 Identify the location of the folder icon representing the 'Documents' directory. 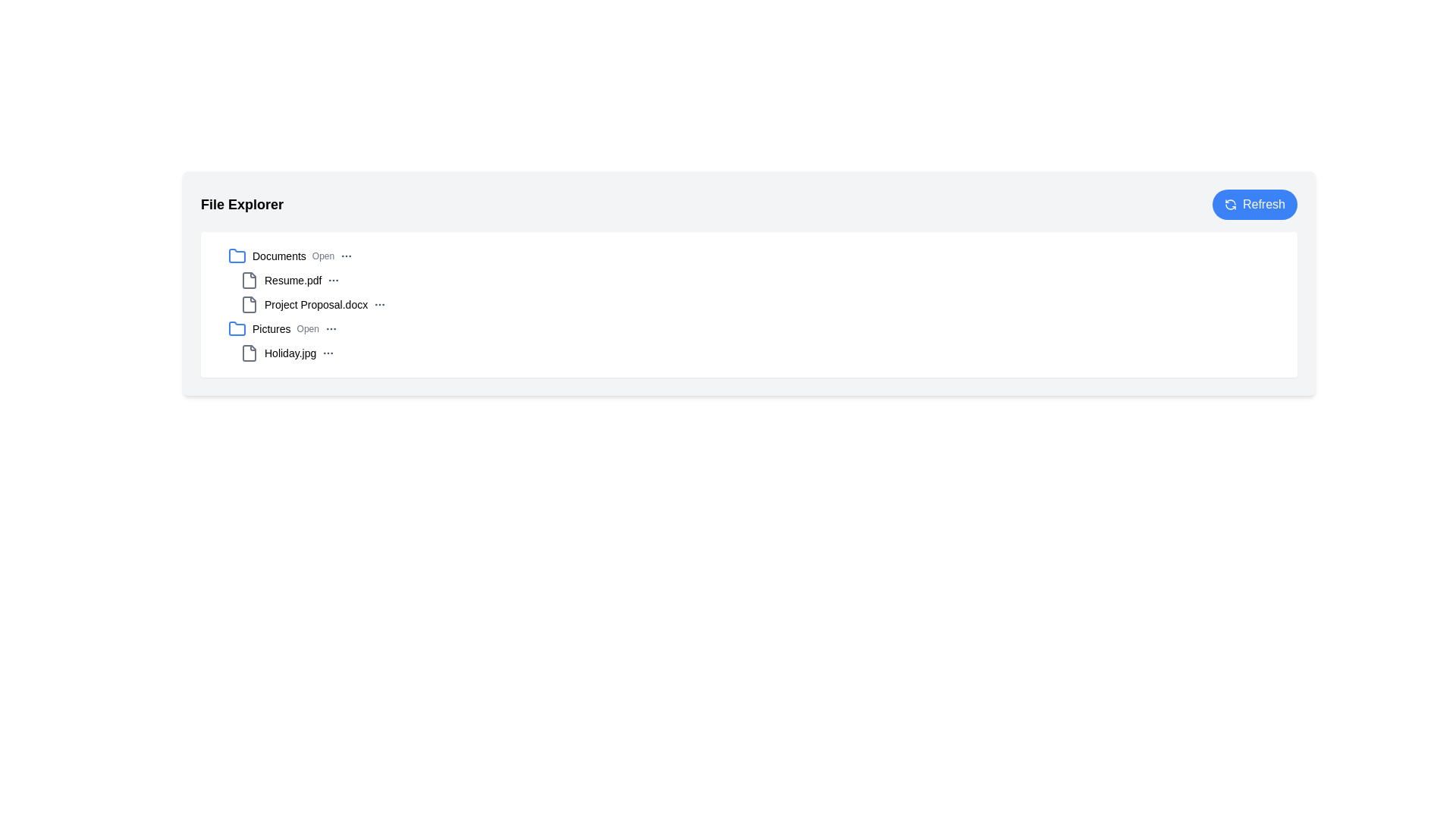
(236, 255).